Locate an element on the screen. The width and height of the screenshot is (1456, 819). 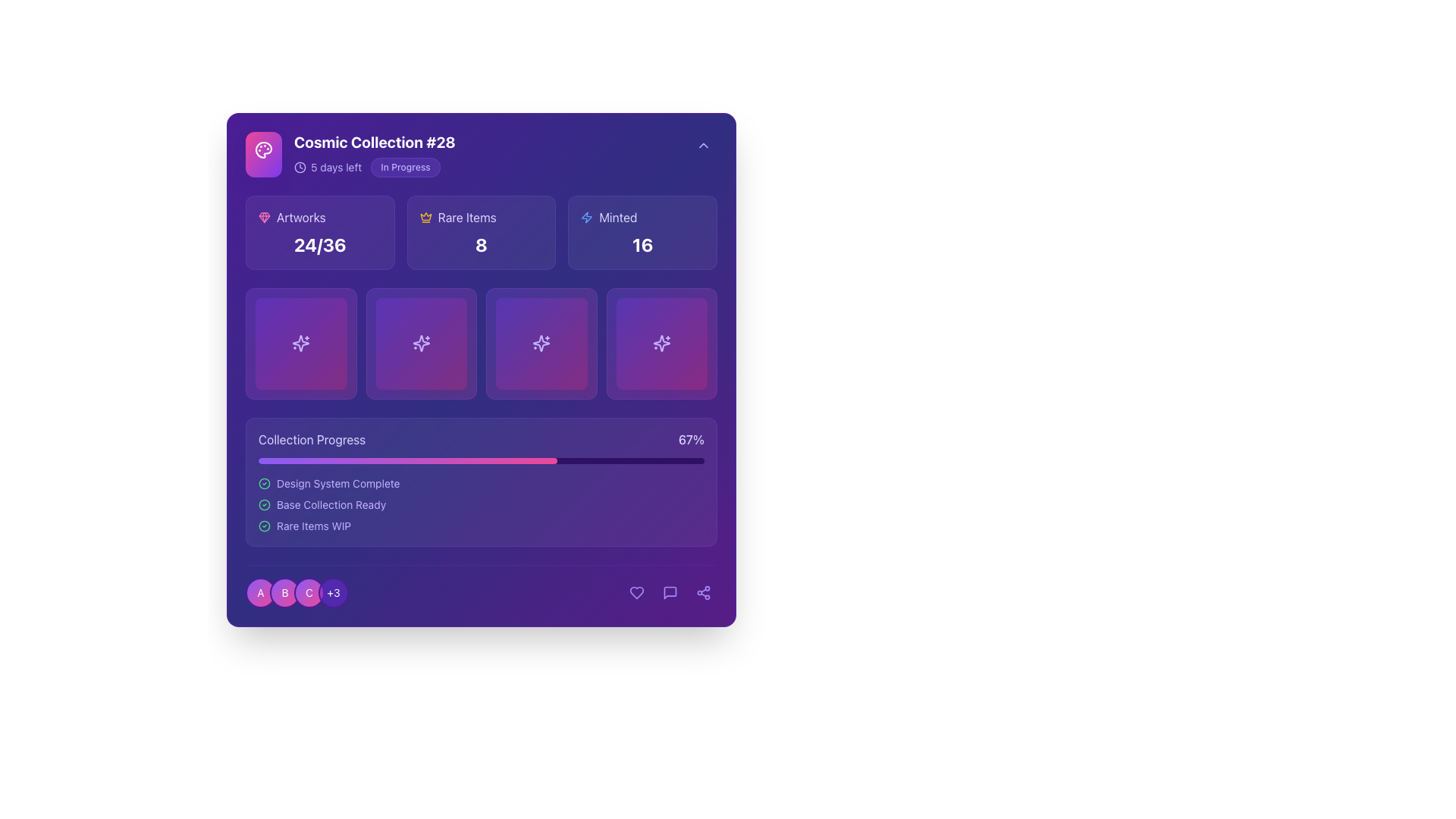
the text label displaying the progress indicator for 24 out of 36 items in the 'Artworks' section is located at coordinates (319, 244).